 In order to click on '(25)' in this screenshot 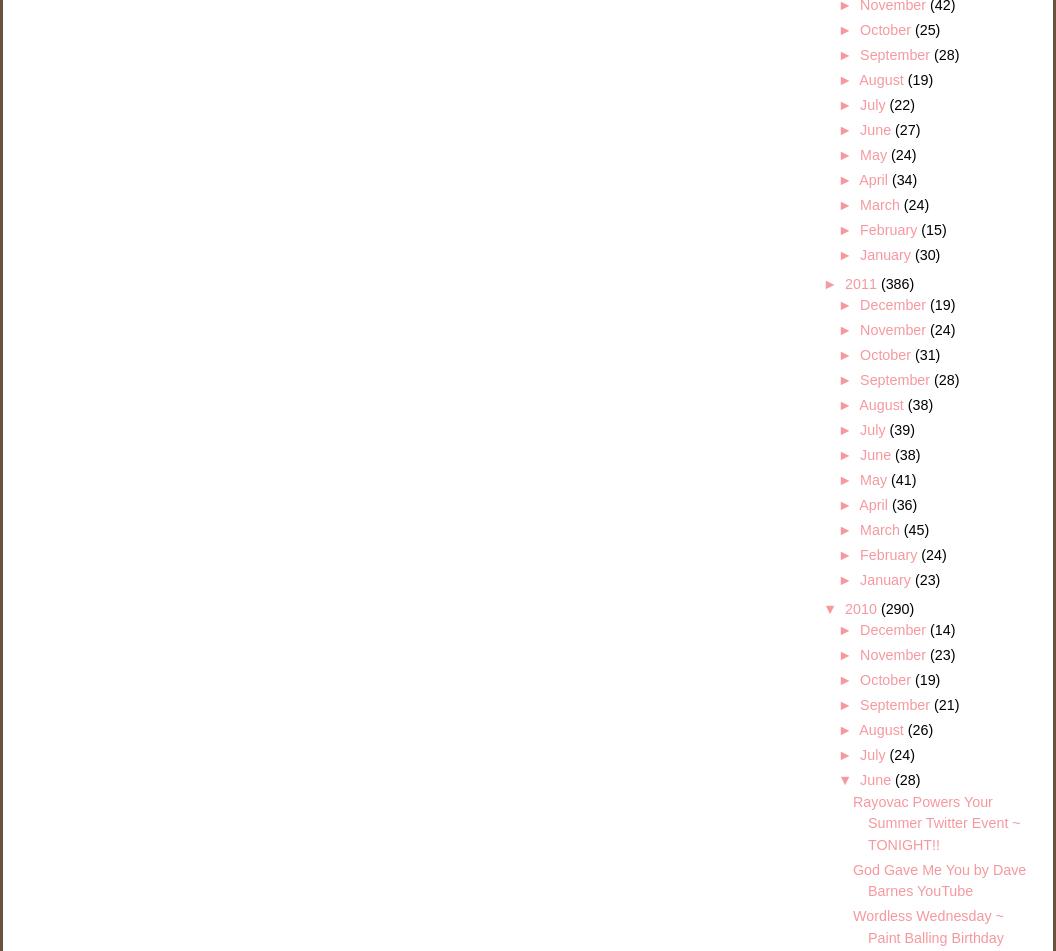, I will do `click(926, 29)`.